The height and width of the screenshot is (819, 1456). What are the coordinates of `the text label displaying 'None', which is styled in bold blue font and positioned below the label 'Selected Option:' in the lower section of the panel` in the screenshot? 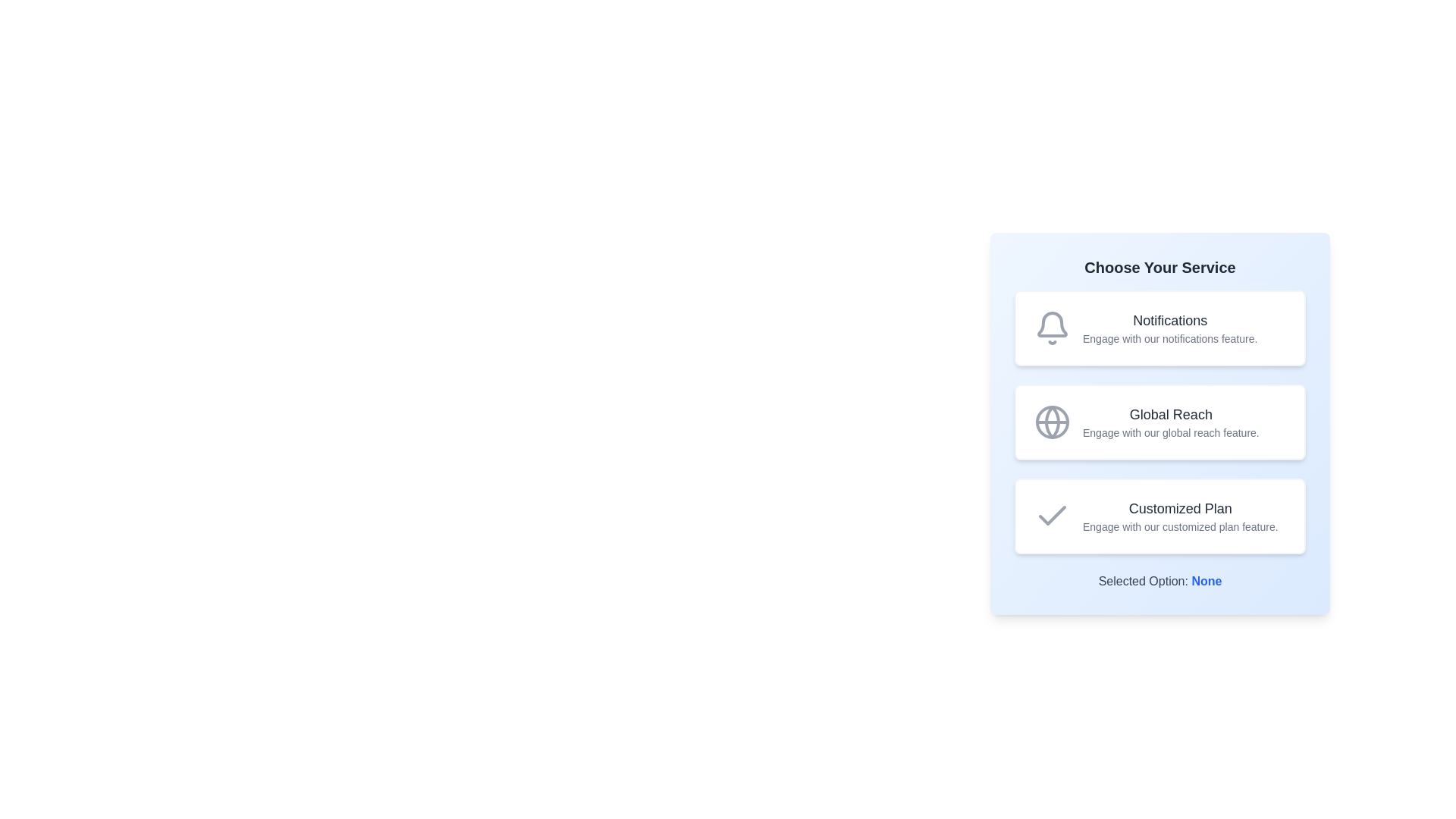 It's located at (1206, 580).